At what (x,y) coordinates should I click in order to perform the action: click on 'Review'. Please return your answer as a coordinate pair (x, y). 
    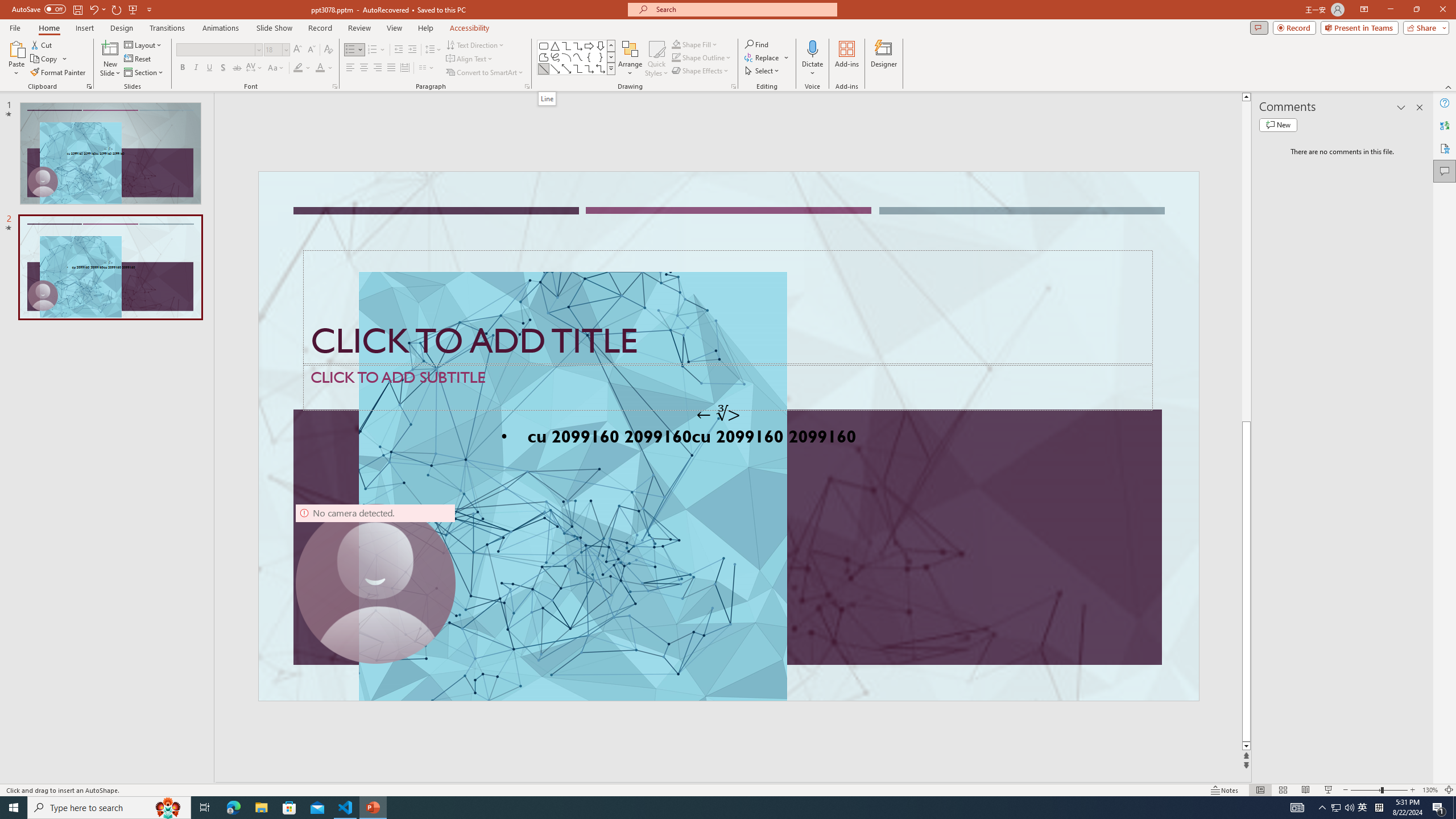
    Looking at the image, I should click on (359, 28).